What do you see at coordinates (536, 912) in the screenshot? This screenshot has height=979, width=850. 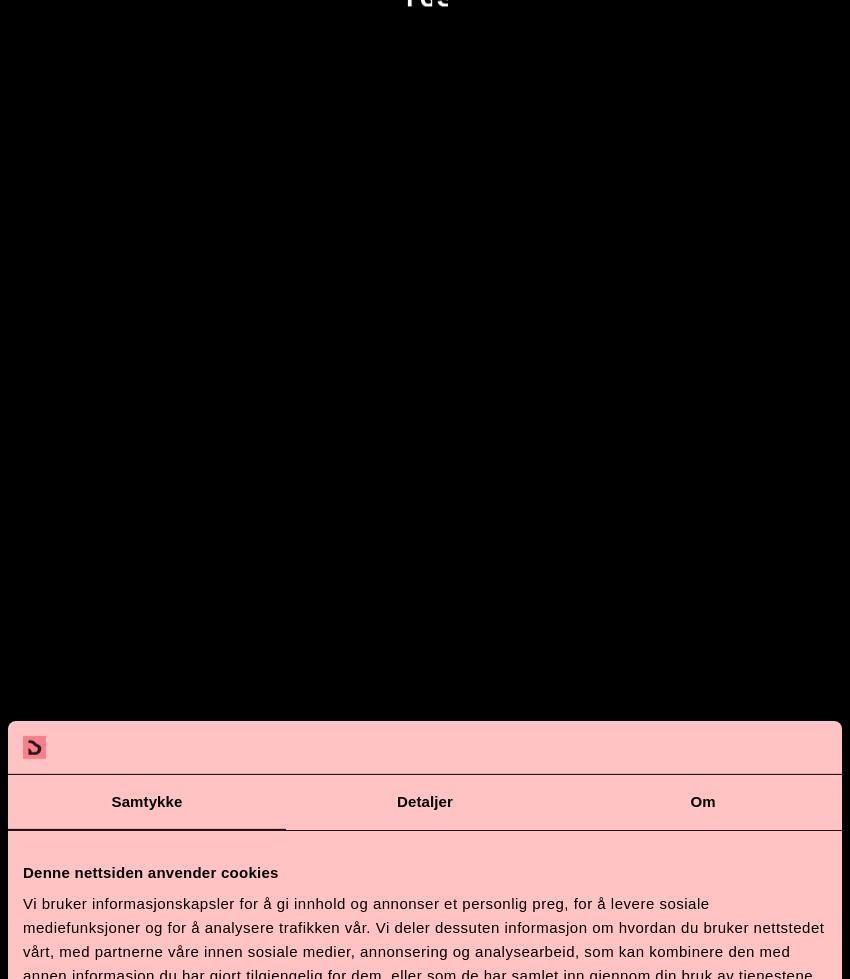 I see `'e'` at bounding box center [536, 912].